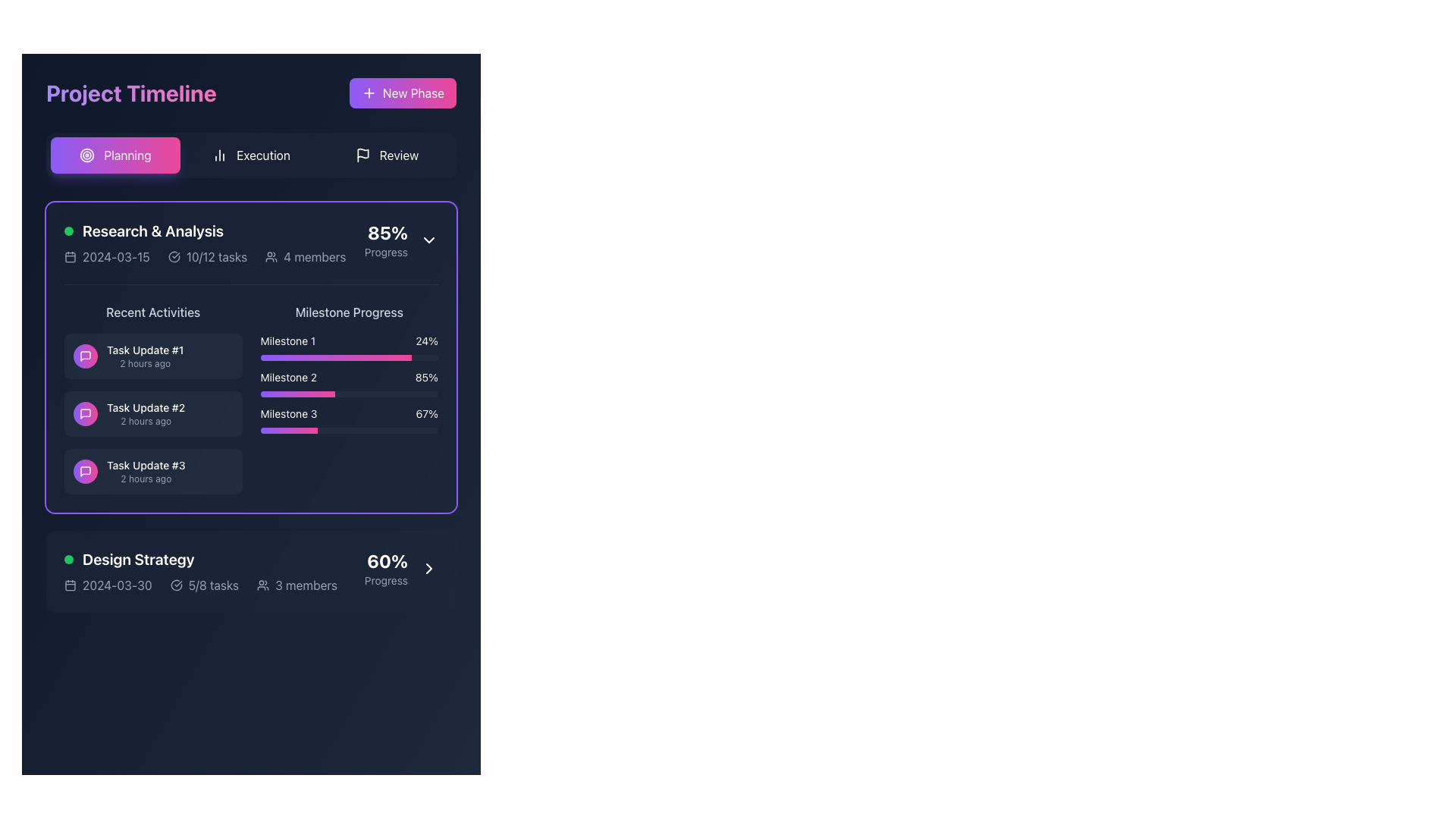 The image size is (1456, 819). Describe the element at coordinates (314, 256) in the screenshot. I see `the Text label displaying the number of members linked to the current project or task, located within the 'Research & Analysis' section` at that location.